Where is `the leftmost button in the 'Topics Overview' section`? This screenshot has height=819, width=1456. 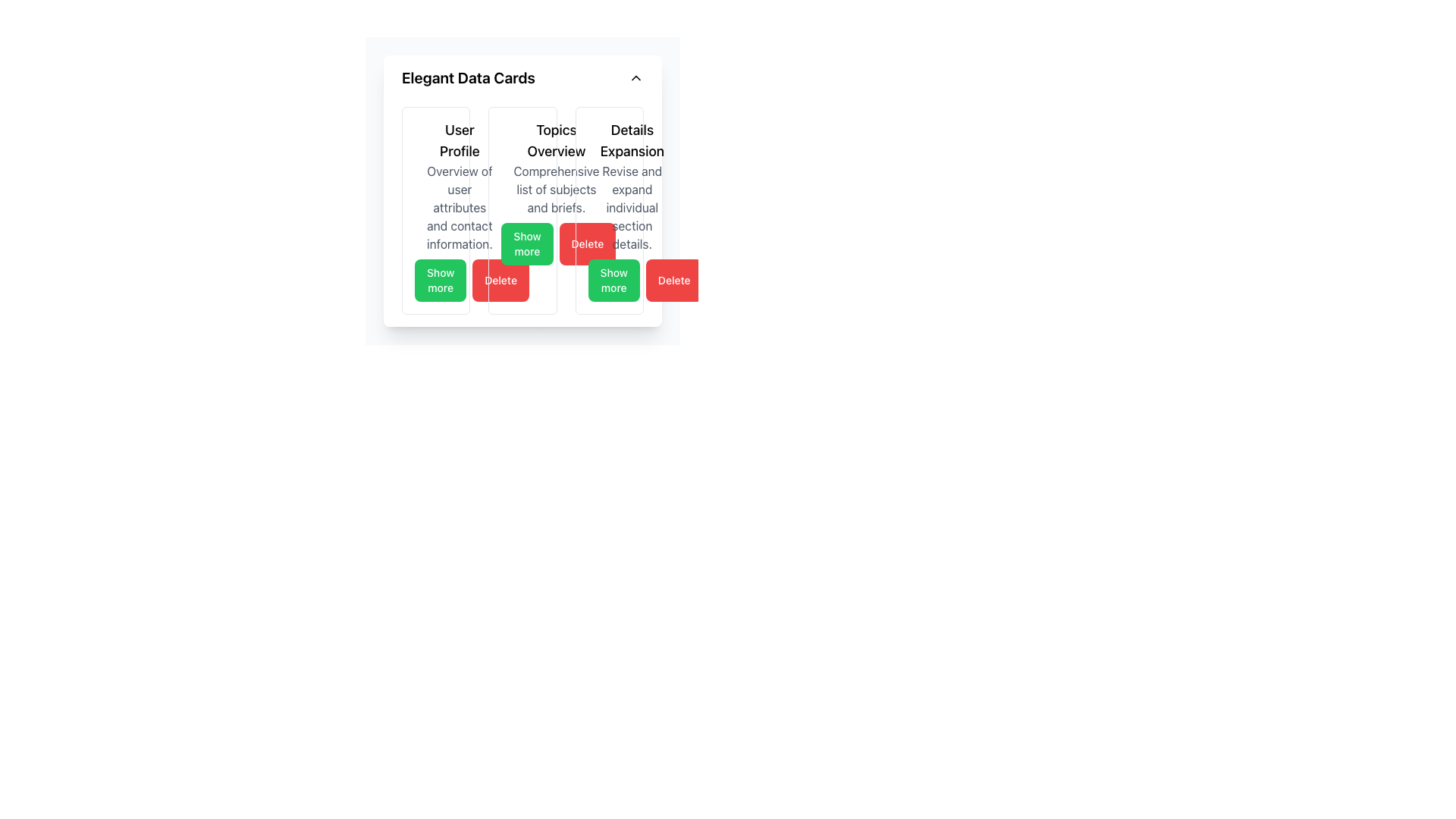
the leftmost button in the 'Topics Overview' section is located at coordinates (527, 243).